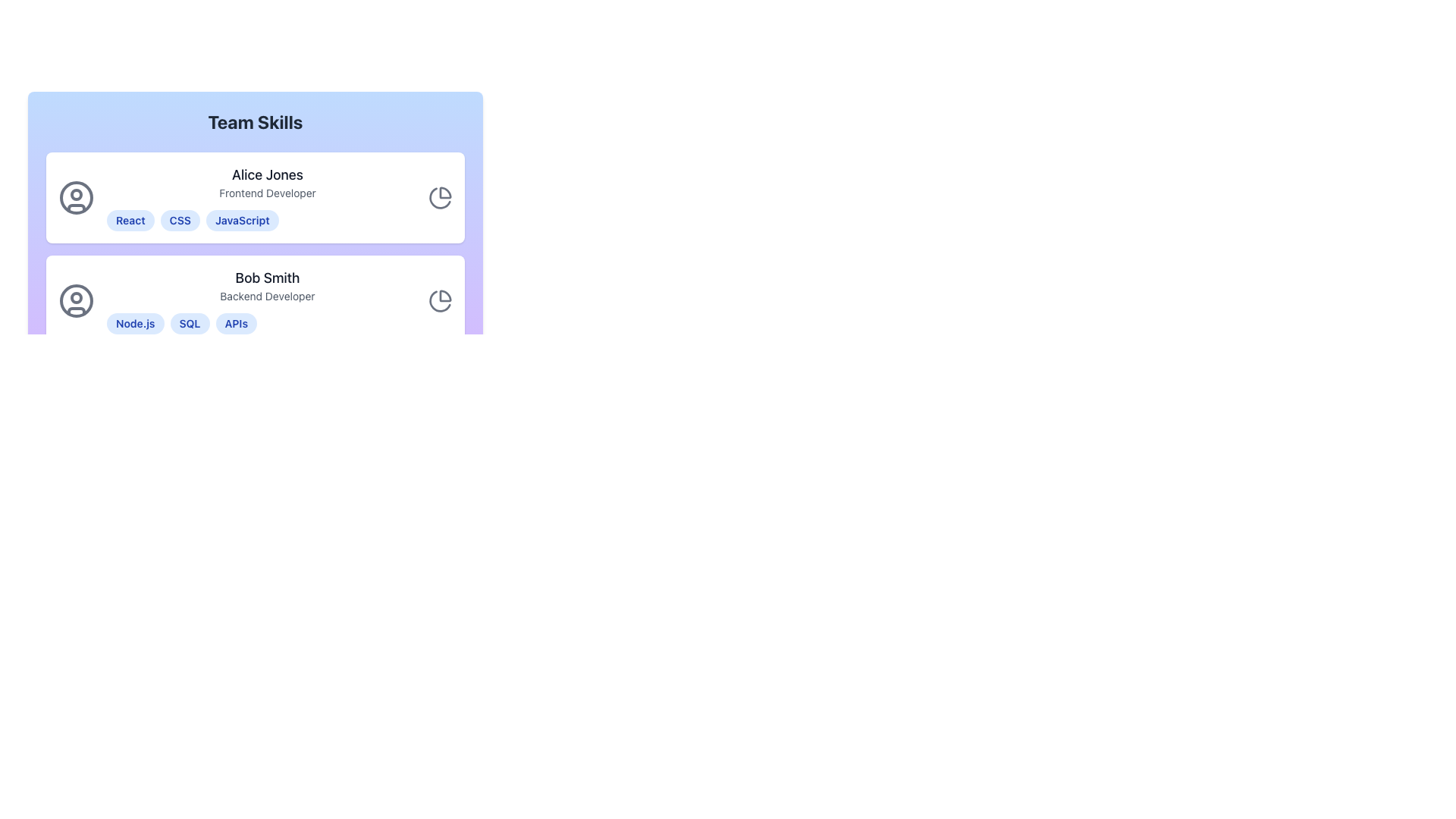  Describe the element at coordinates (180, 220) in the screenshot. I see `the second badge element indicating a skill associated with 'Alice Jones', which is labeled 'CSS'` at that location.